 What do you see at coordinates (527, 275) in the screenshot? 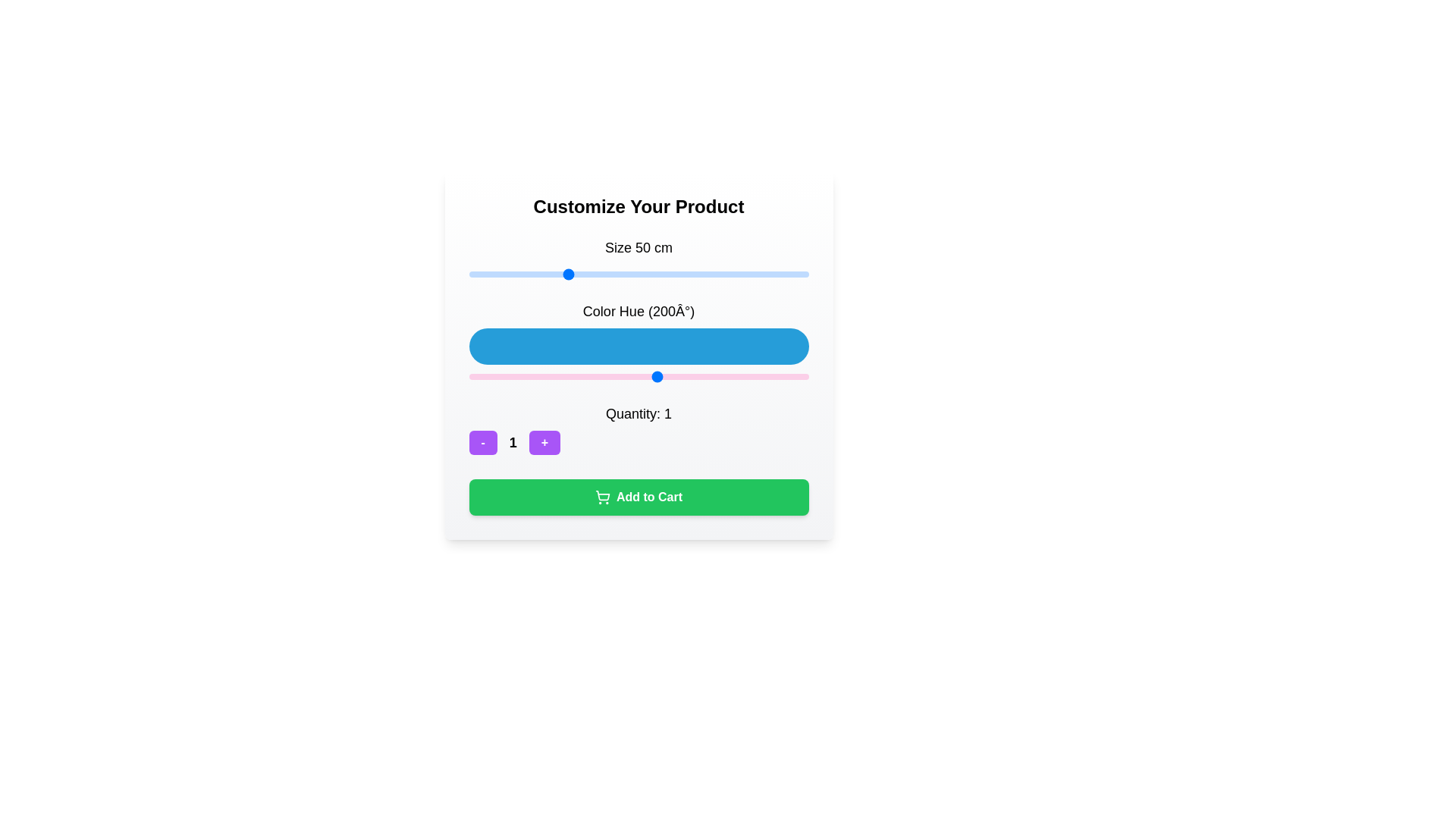
I see `the size` at bounding box center [527, 275].